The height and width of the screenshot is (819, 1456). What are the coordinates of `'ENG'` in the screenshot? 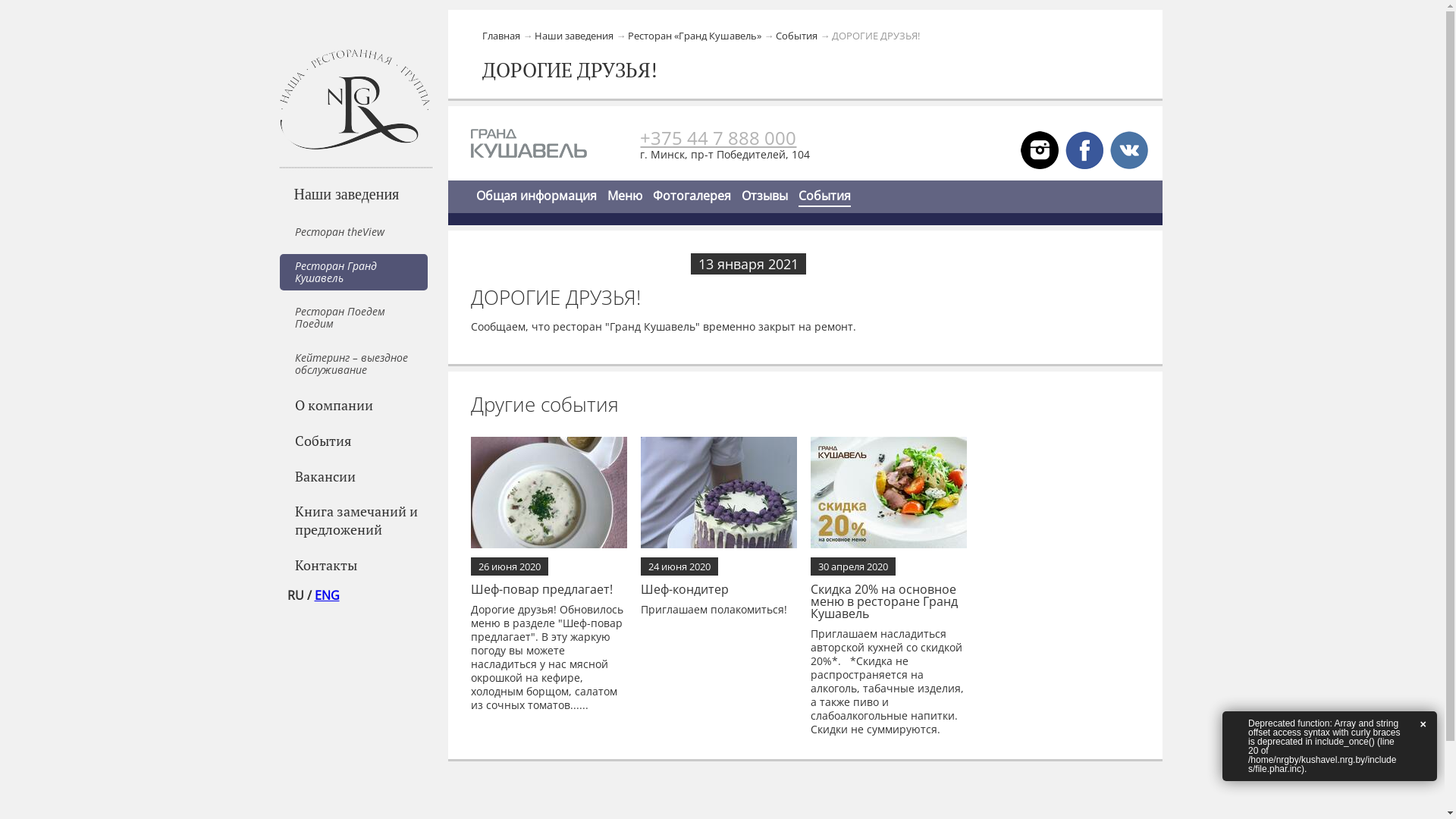 It's located at (325, 595).